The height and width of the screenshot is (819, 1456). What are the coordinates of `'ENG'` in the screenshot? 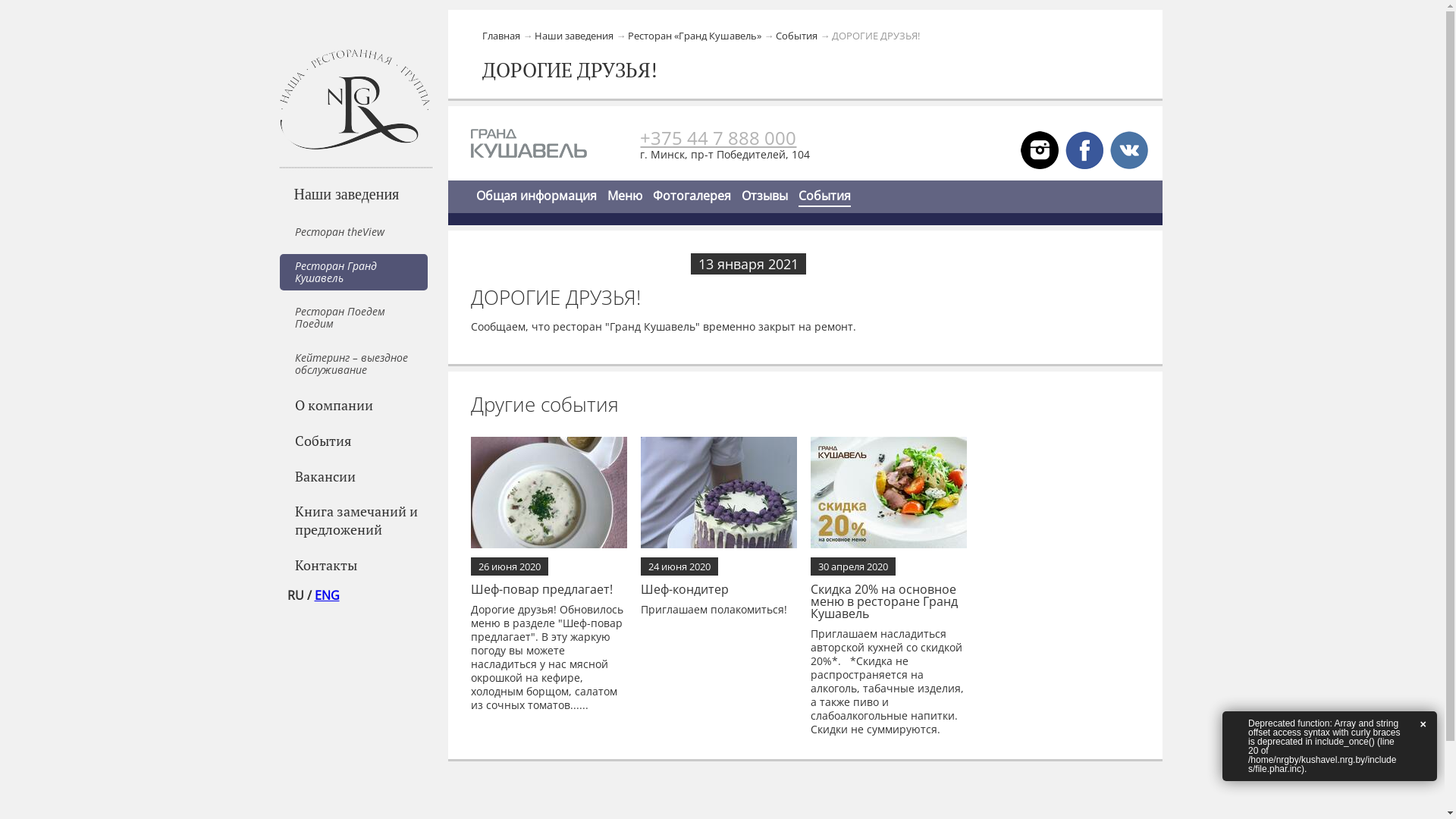 It's located at (325, 595).